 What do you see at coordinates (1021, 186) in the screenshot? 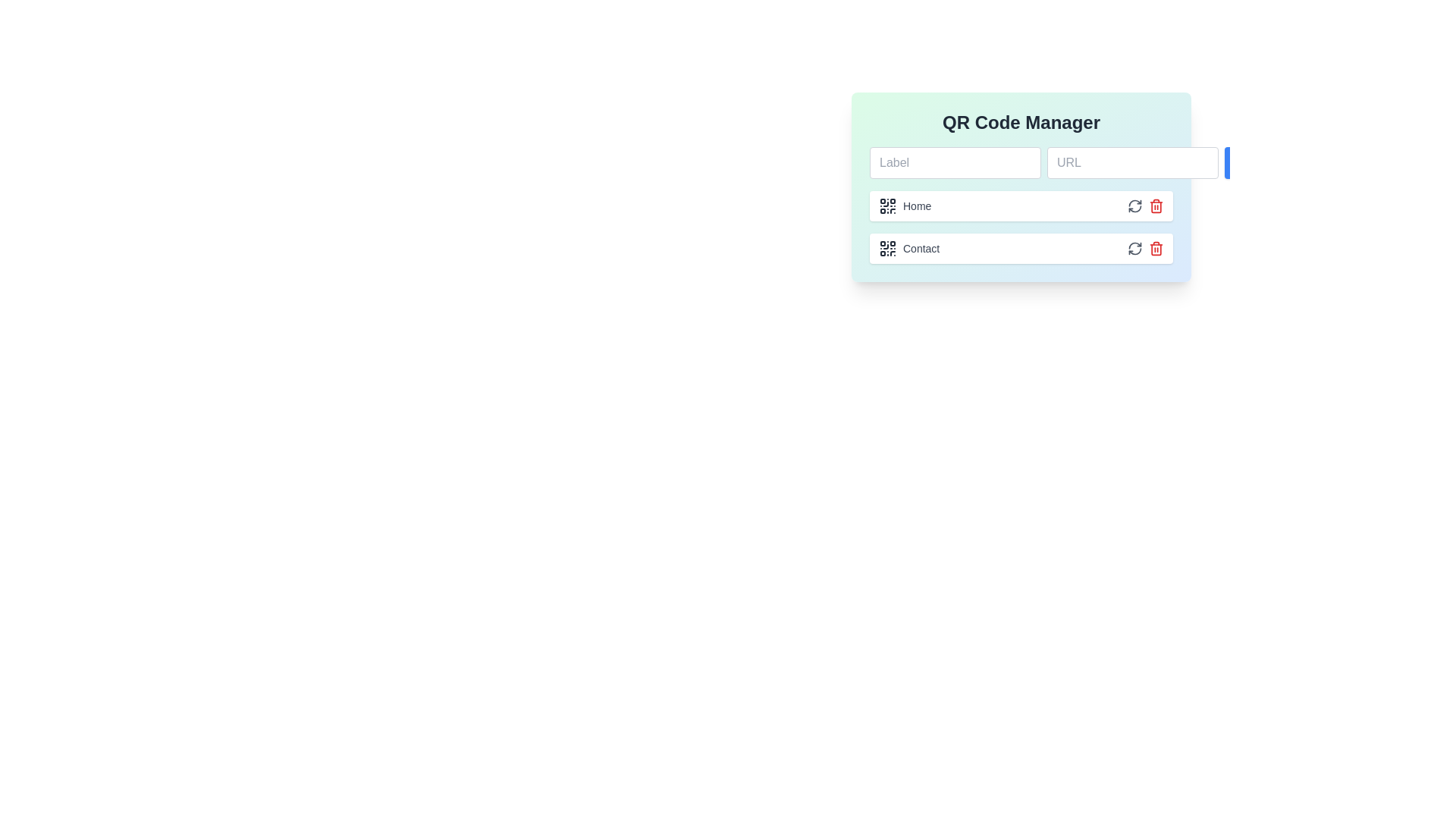
I see `the 'QR Code Manager' composite UI component, which features a gradient background and contains input fields and QR code items` at bounding box center [1021, 186].